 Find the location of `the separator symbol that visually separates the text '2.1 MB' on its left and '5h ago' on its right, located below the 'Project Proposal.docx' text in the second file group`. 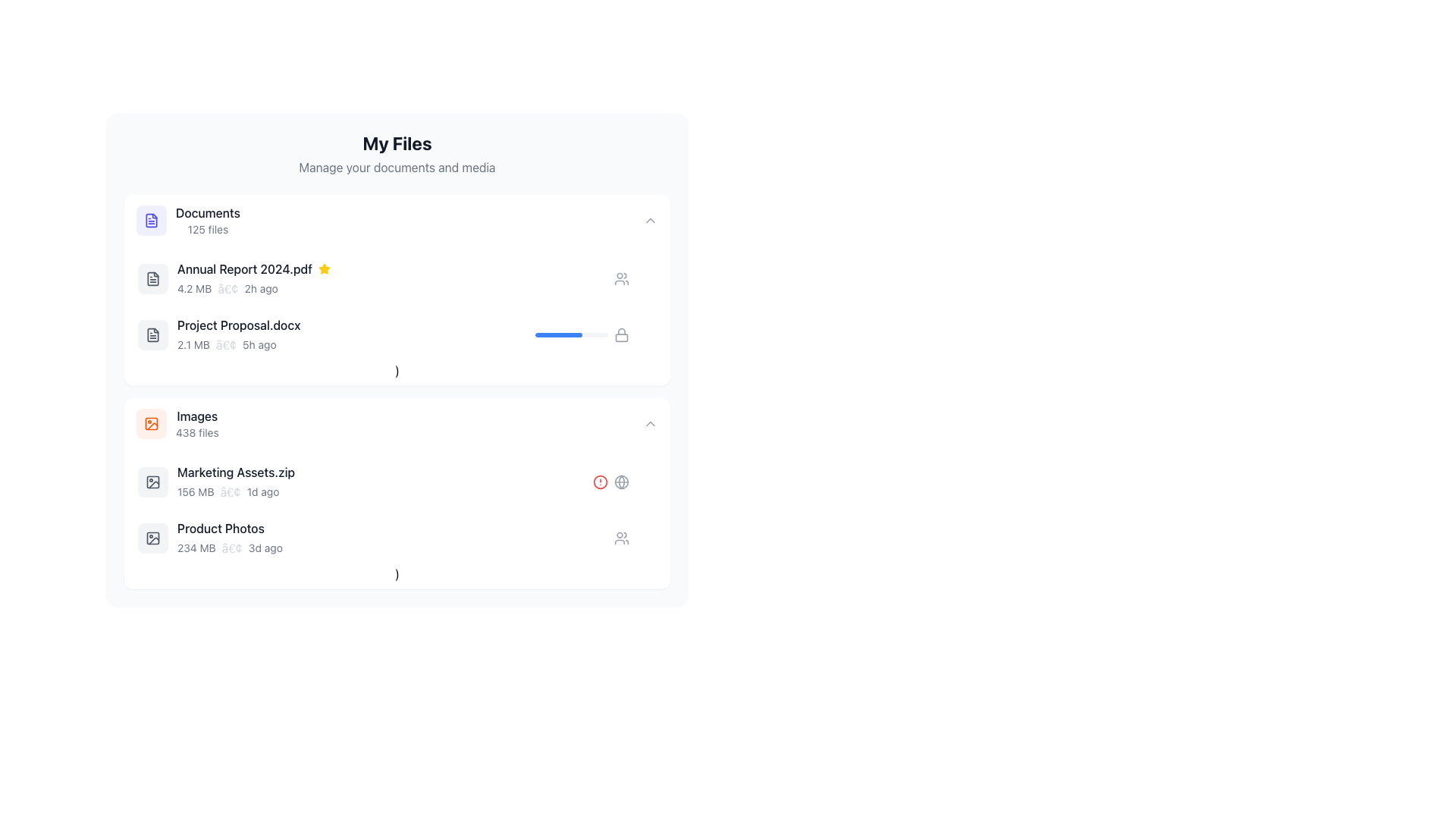

the separator symbol that visually separates the text '2.1 MB' on its left and '5h ago' on its right, located below the 'Project Proposal.docx' text in the second file group is located at coordinates (225, 345).